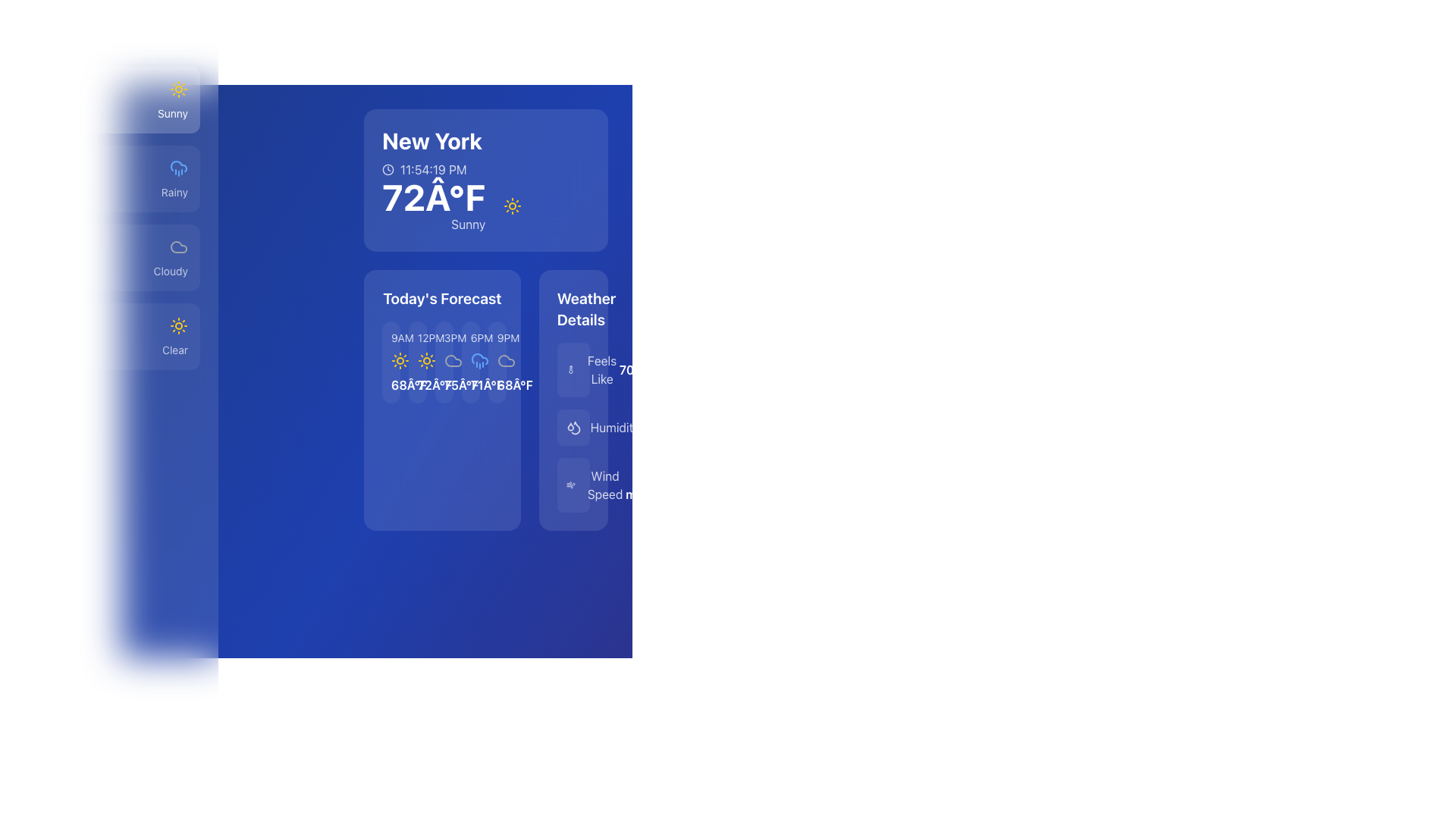 The width and height of the screenshot is (1456, 819). I want to click on the read-only text label displaying the weather condition '65°F Rainy', which is positioned in the middle section of a vertically arranged list, specifically the second item below 'Sunny', so click(108, 192).